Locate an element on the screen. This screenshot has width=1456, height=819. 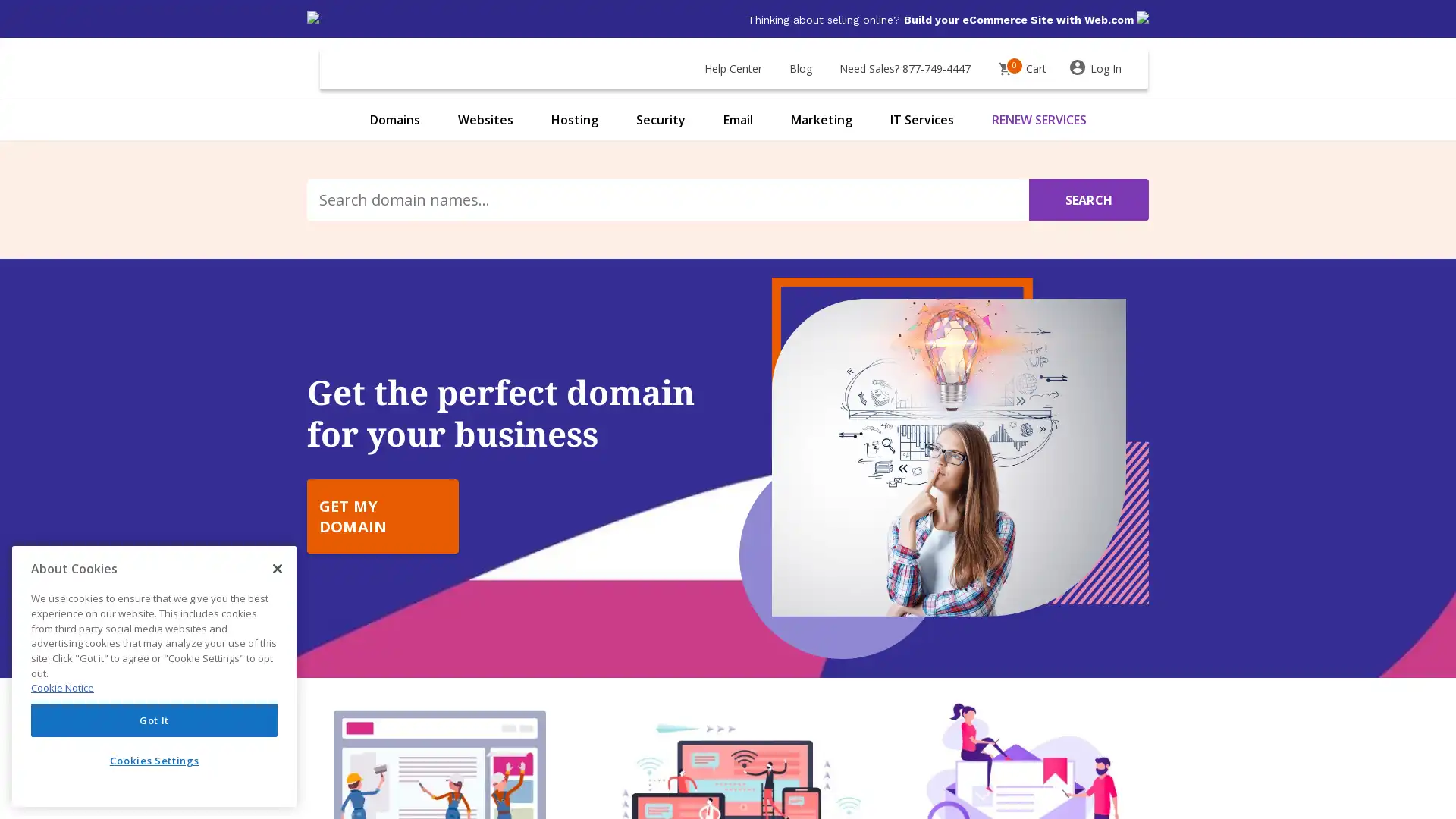
Got It is located at coordinates (154, 719).